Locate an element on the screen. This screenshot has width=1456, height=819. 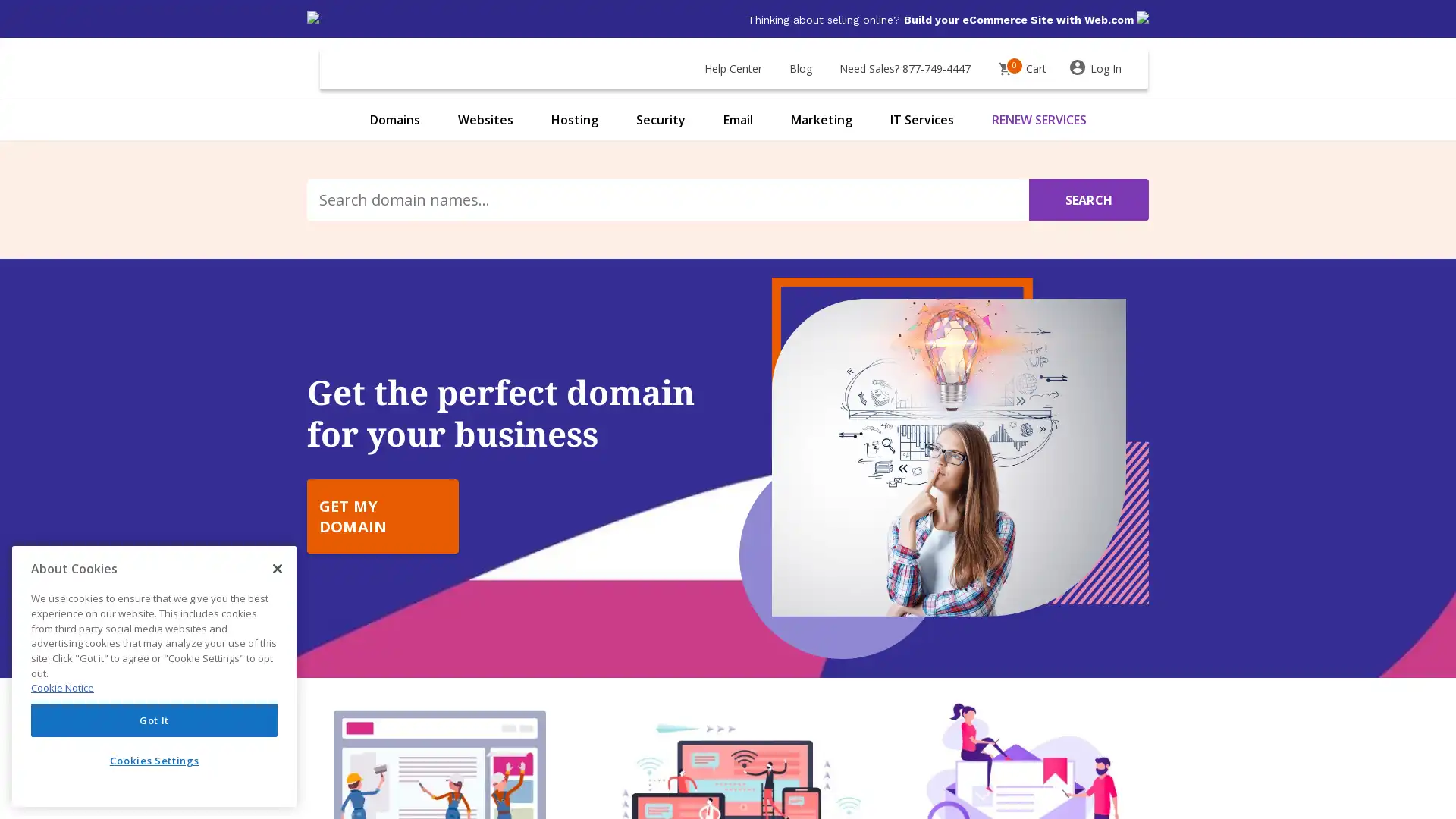
Got It is located at coordinates (154, 719).